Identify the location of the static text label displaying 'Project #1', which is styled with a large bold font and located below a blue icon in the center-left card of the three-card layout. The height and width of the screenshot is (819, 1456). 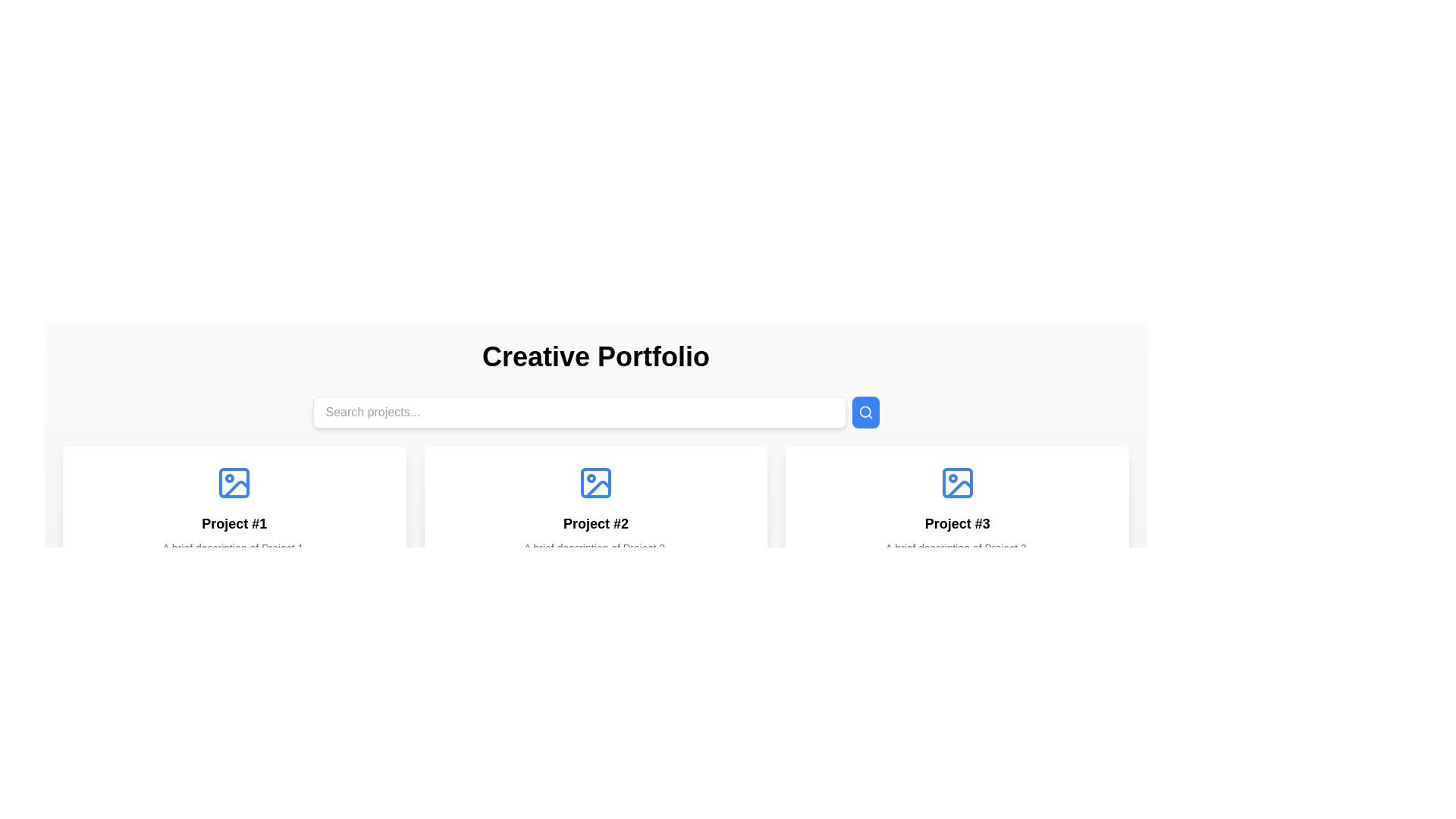
(234, 522).